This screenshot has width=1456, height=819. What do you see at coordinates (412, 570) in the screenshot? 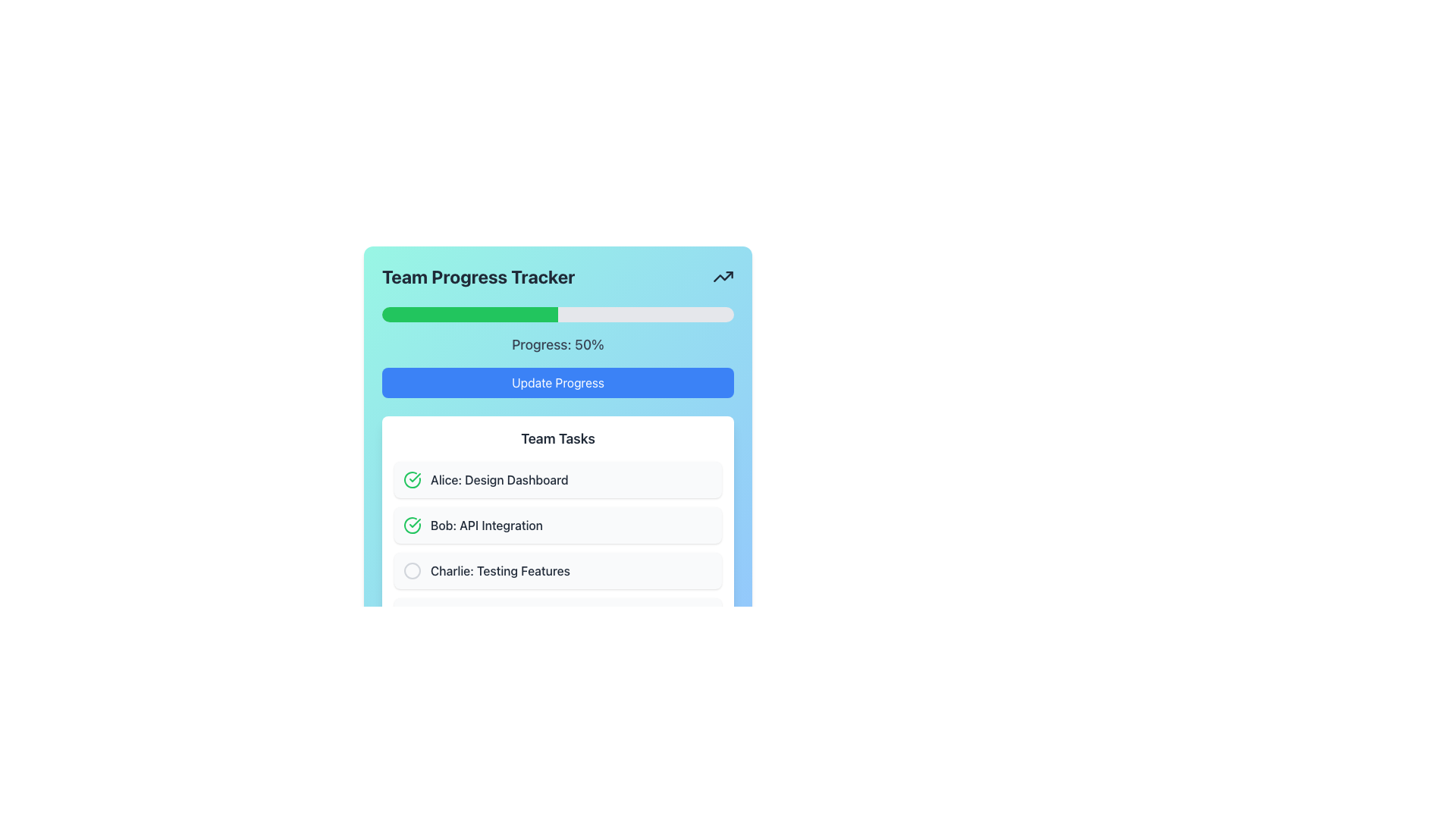
I see `the Circular Icon which serves as a visual indicator, located at the leftmost end of the rectangular box labeled 'Charlie: Testing Features'` at bounding box center [412, 570].